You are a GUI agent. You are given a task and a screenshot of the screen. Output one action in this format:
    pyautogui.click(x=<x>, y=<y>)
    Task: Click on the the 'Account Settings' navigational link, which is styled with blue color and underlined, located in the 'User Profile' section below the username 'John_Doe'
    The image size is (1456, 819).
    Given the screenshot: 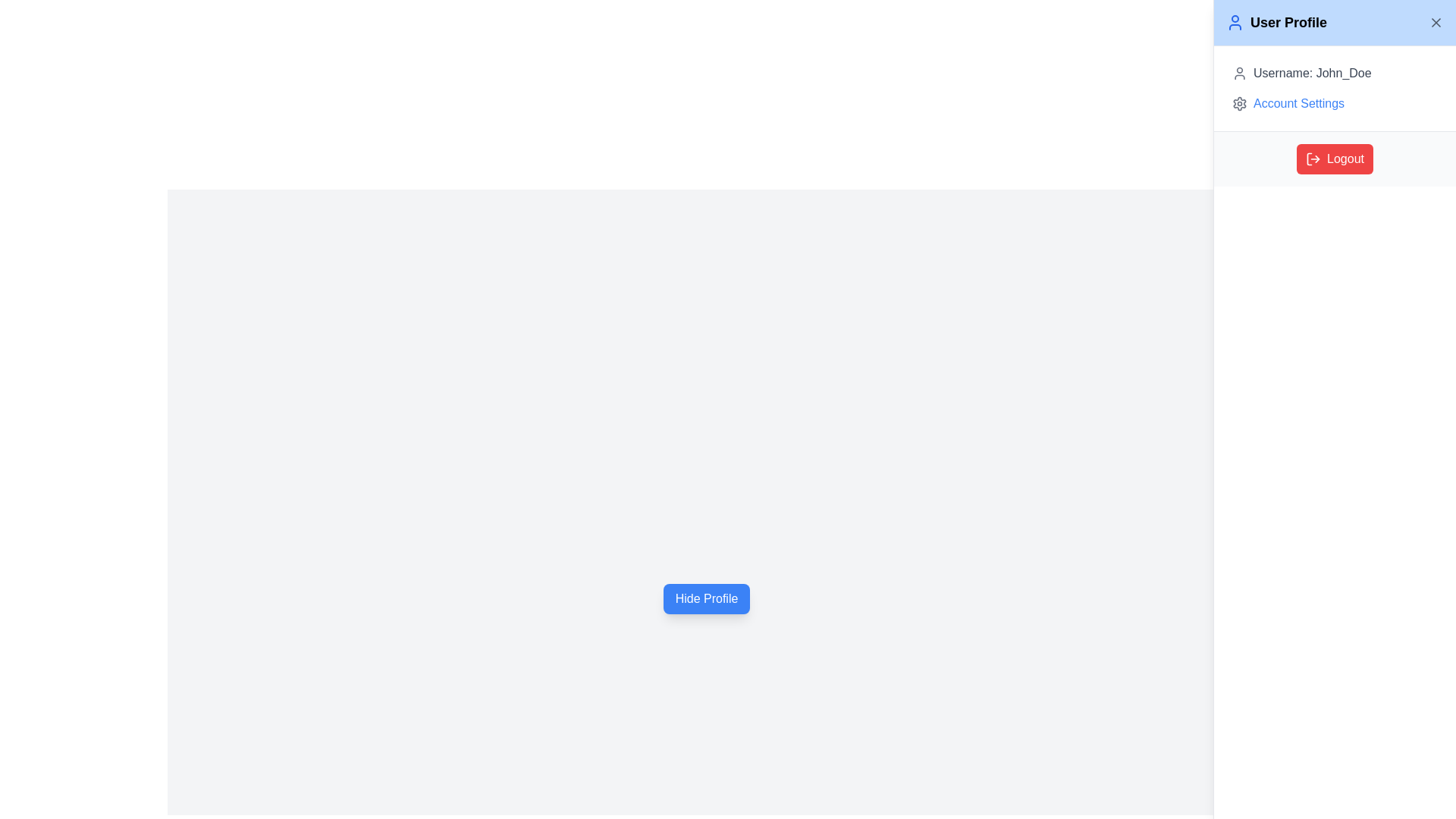 What is the action you would take?
    pyautogui.click(x=1335, y=103)
    